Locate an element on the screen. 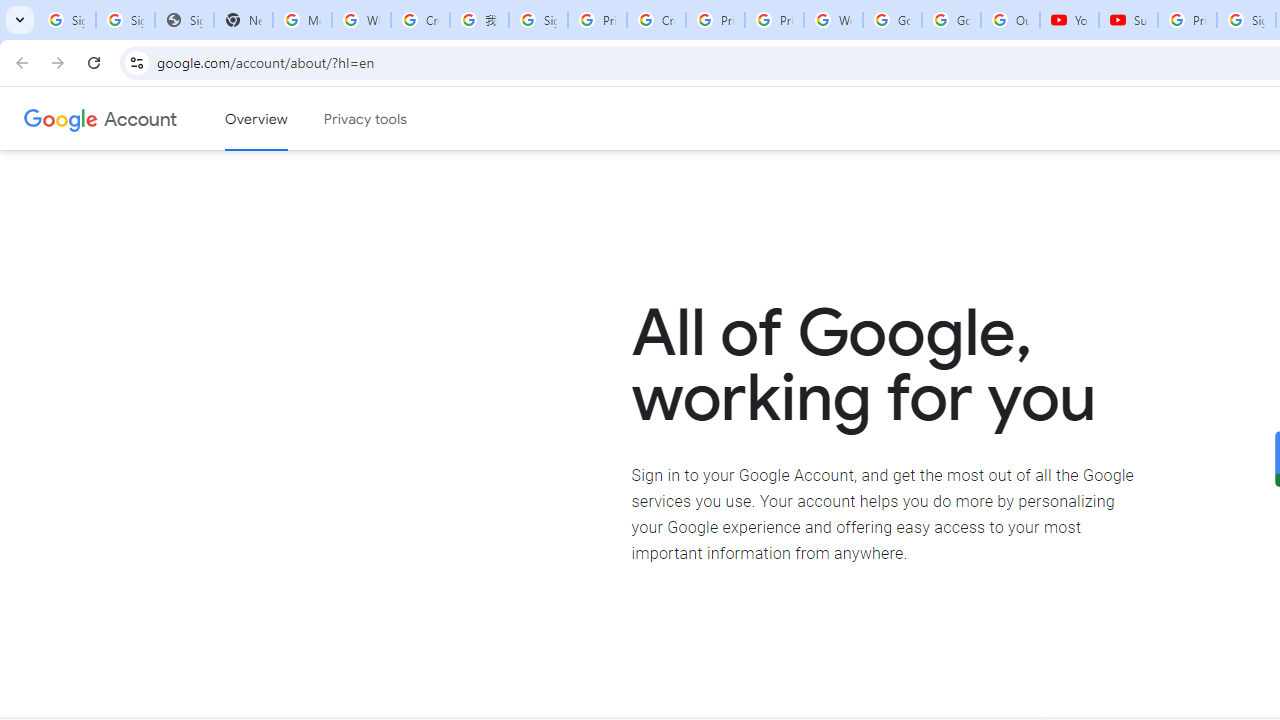  'Welcome to My Activity' is located at coordinates (833, 20).